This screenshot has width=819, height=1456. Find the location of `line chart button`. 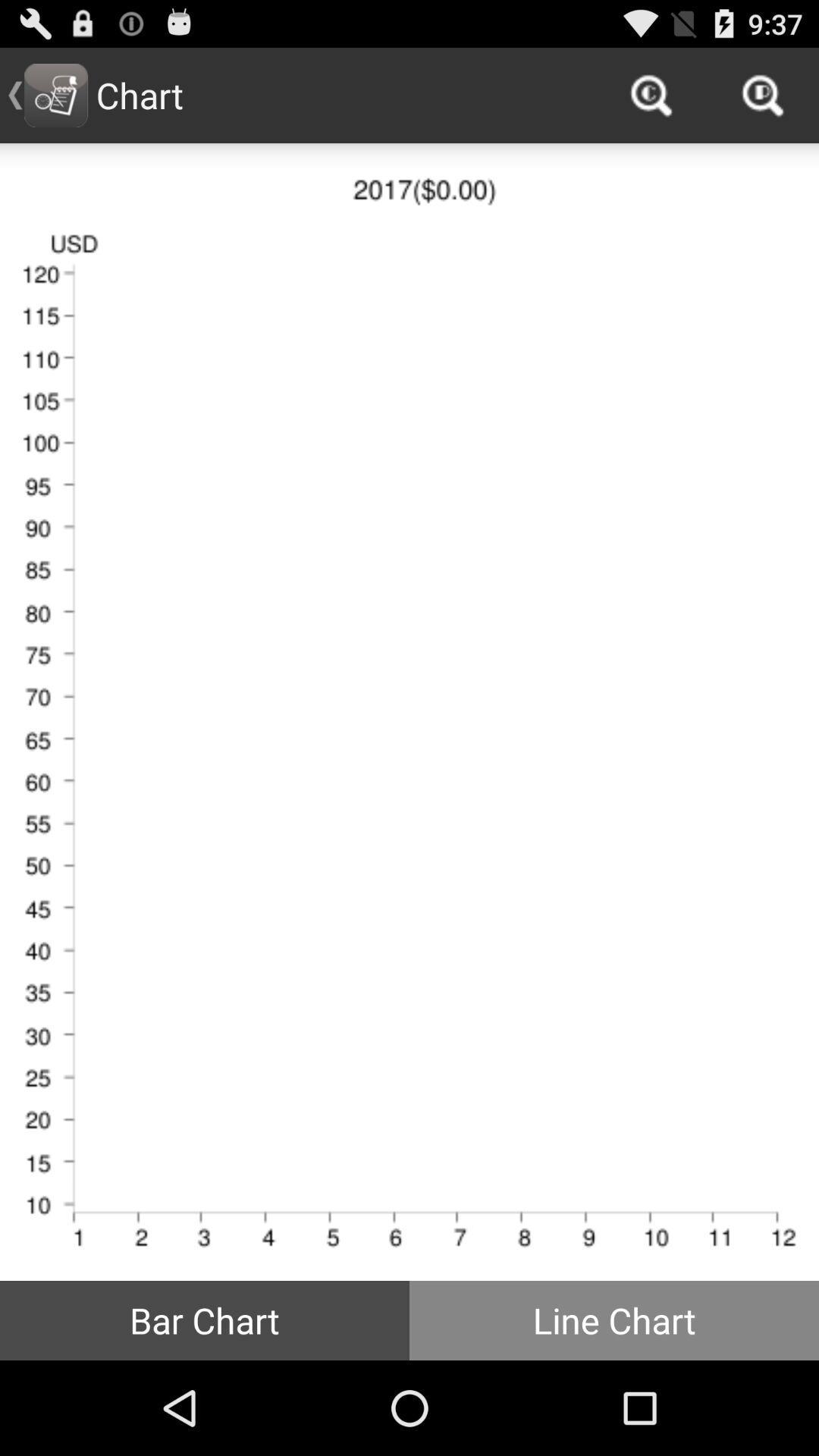

line chart button is located at coordinates (614, 1319).